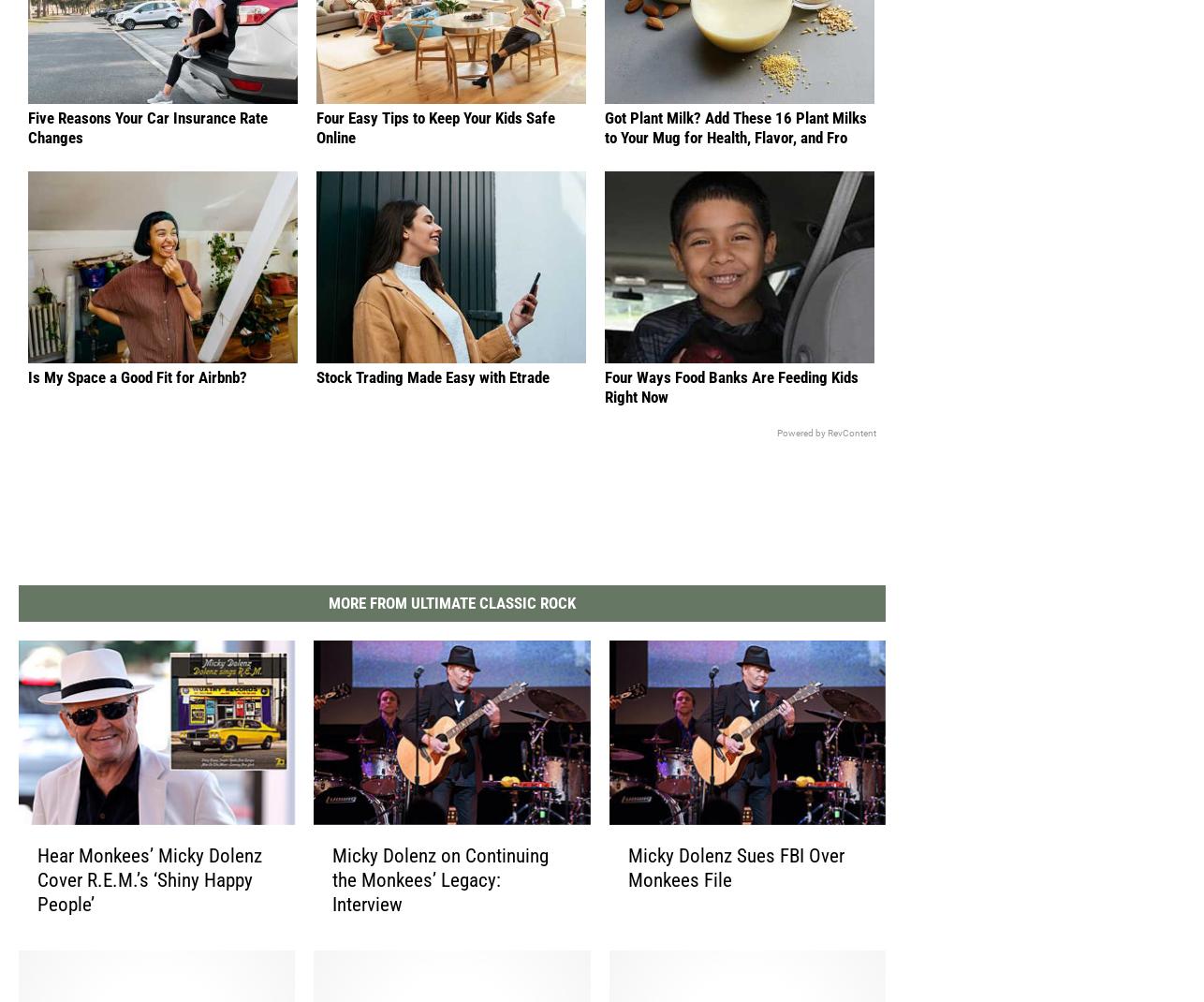 Image resolution: width=1204 pixels, height=1002 pixels. Describe the element at coordinates (731, 403) in the screenshot. I see `'Four Ways Food Banks Are Feeding Kids Right Now'` at that location.